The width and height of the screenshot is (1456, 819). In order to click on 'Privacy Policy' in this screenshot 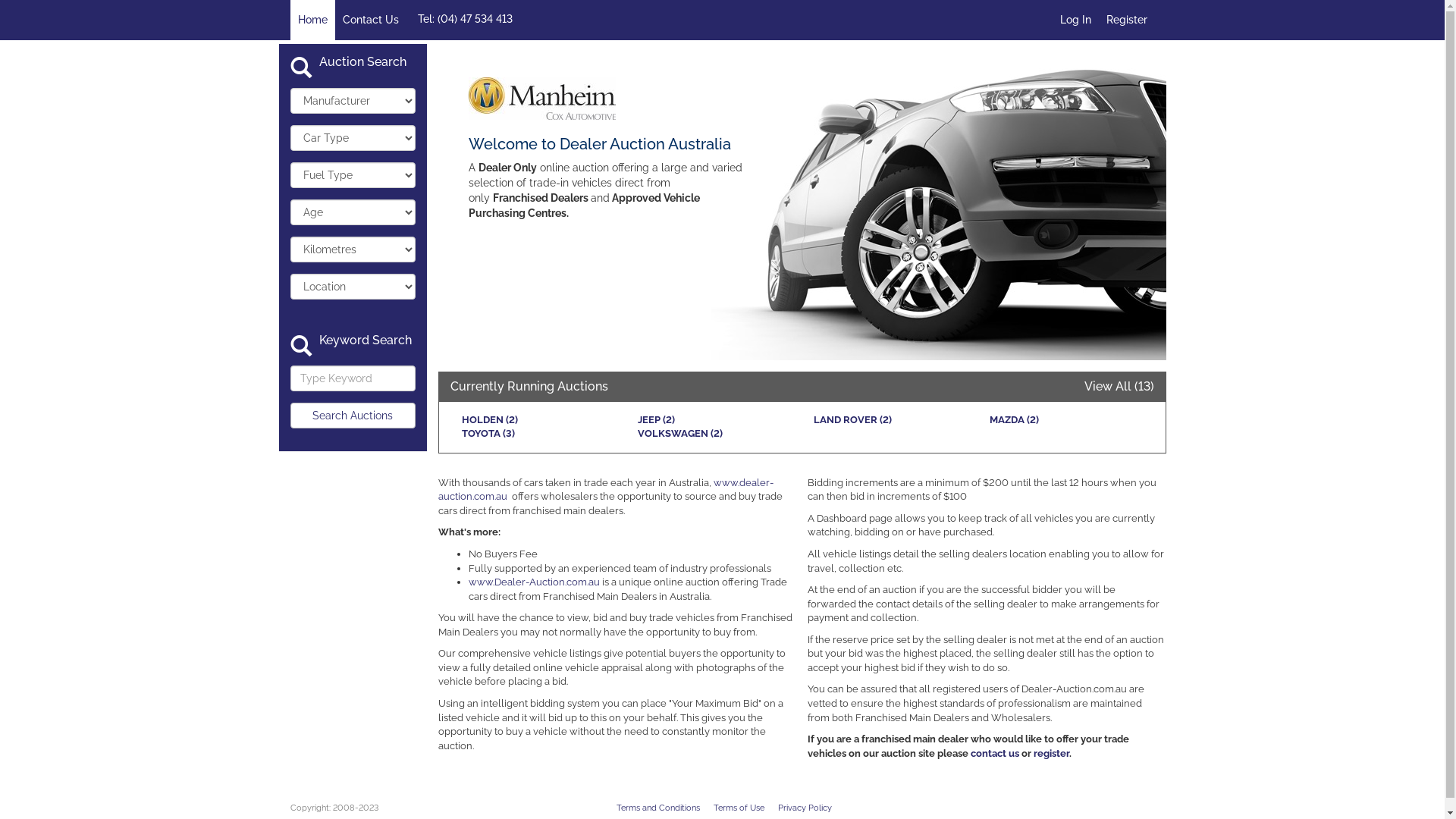, I will do `click(804, 807)`.